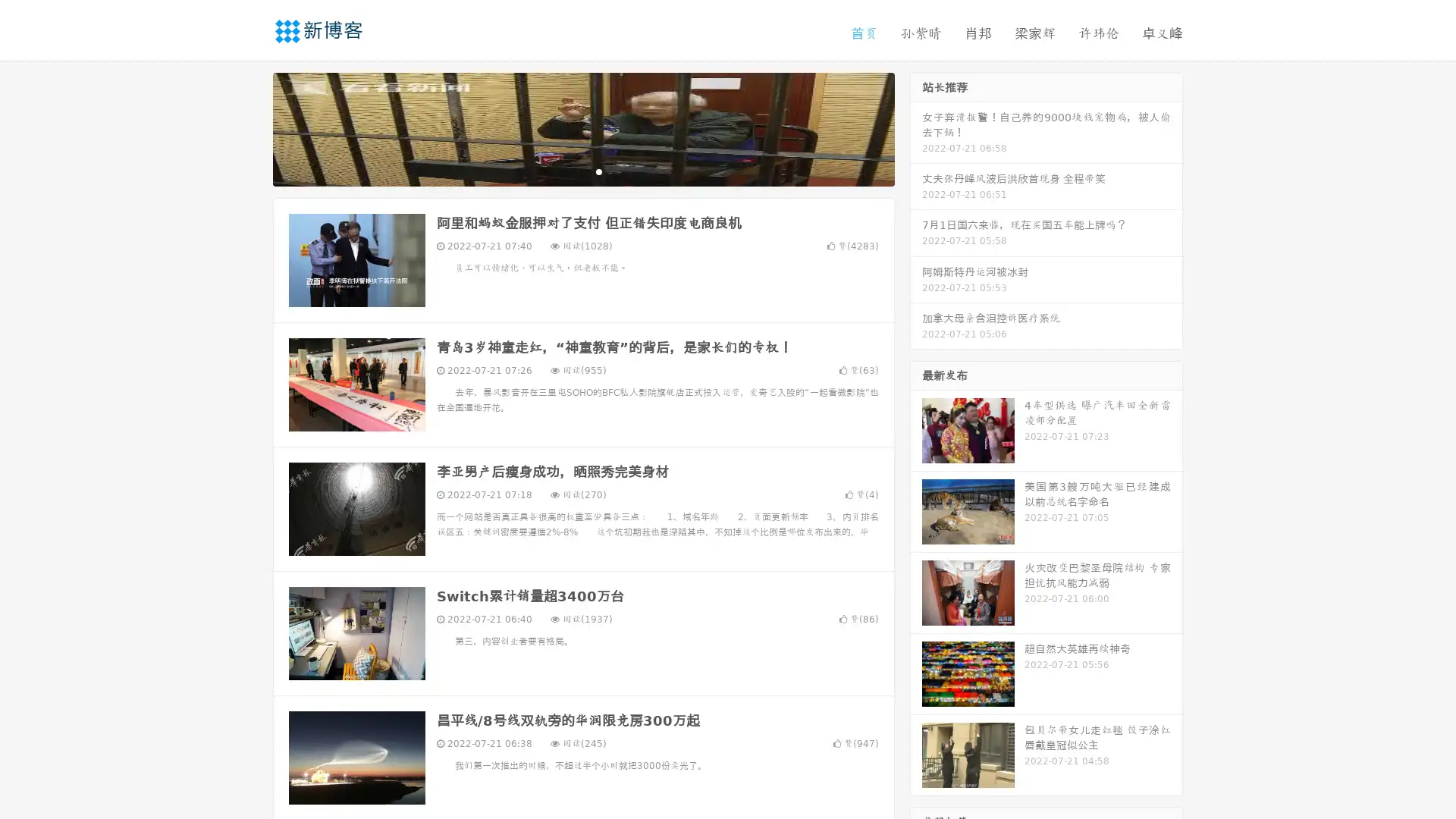 This screenshot has width=1456, height=819. What do you see at coordinates (567, 171) in the screenshot?
I see `Go to slide 1` at bounding box center [567, 171].